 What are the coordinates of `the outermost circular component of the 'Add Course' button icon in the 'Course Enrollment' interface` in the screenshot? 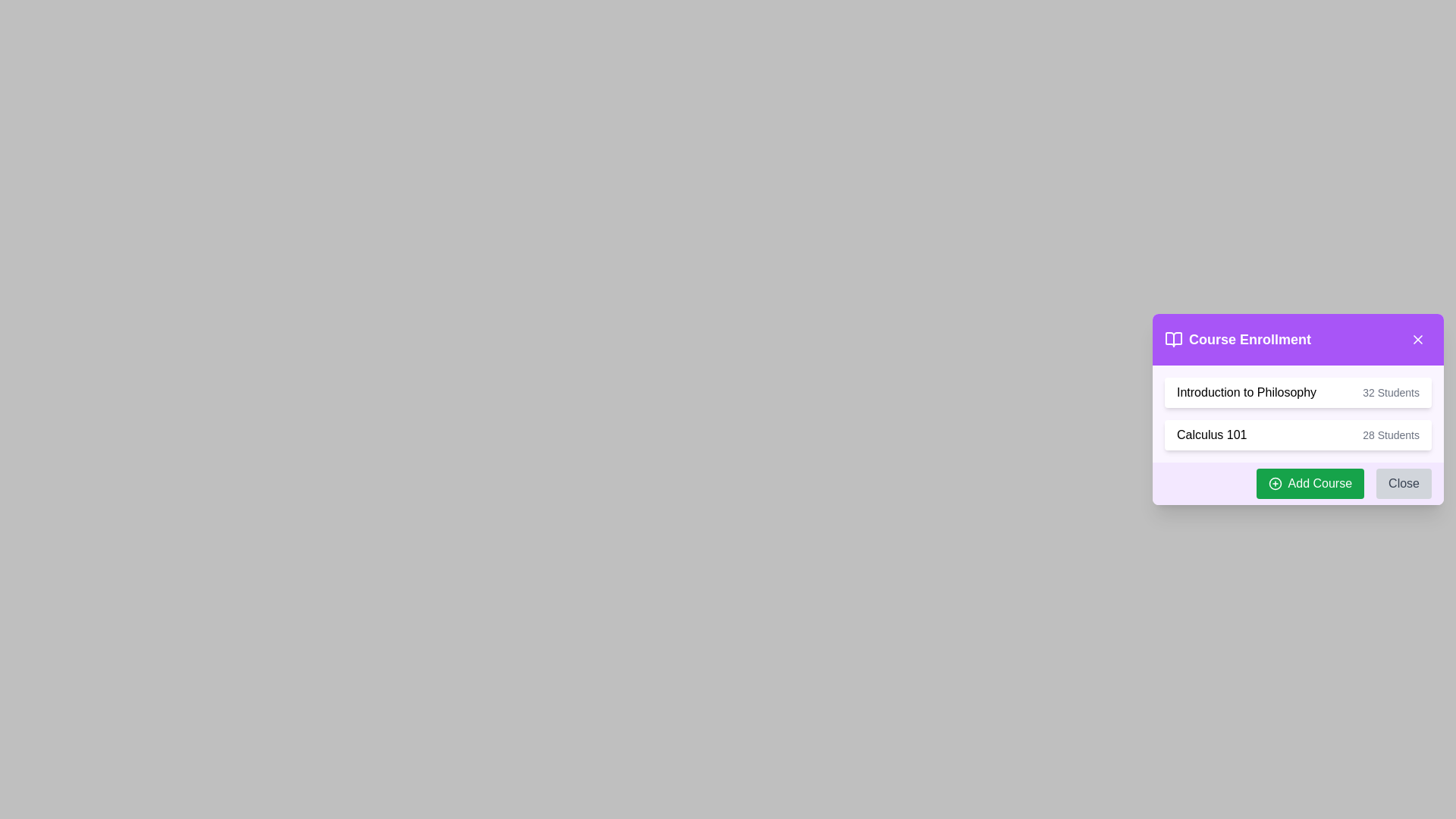 It's located at (1274, 483).